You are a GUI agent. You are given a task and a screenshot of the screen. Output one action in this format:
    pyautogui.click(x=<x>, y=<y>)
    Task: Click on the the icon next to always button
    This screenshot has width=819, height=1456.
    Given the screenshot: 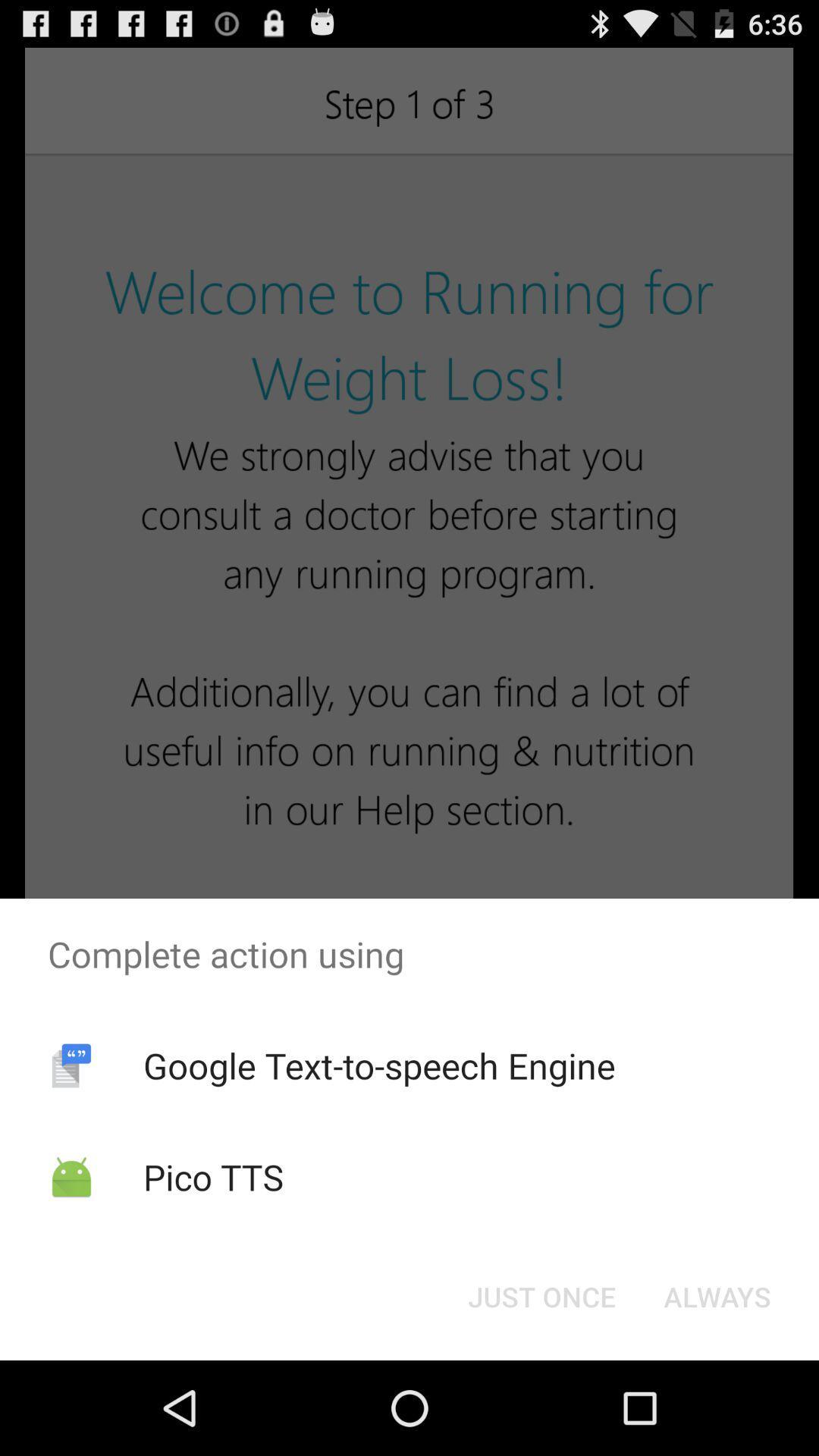 What is the action you would take?
    pyautogui.click(x=541, y=1295)
    